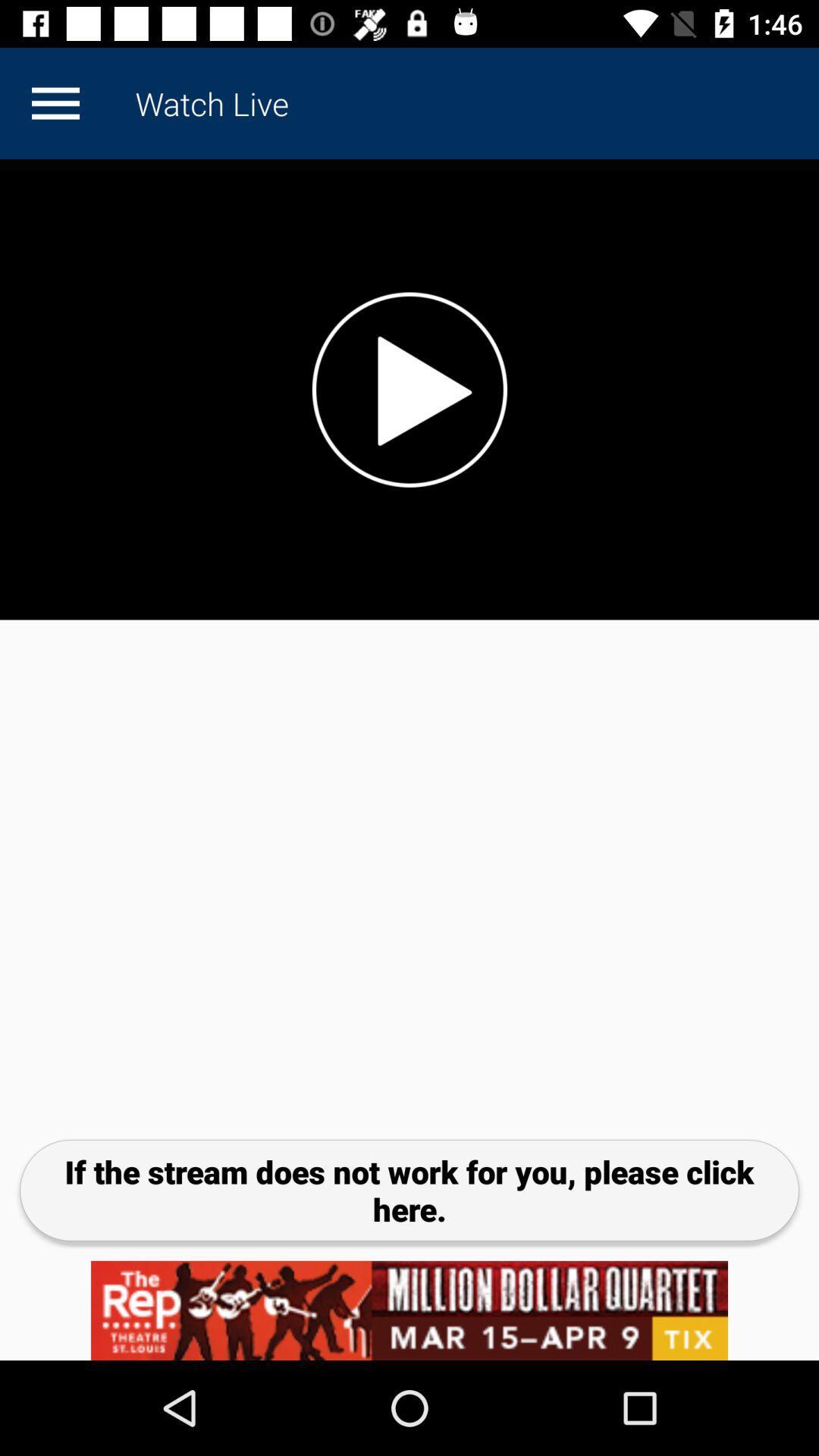 Image resolution: width=819 pixels, height=1456 pixels. Describe the element at coordinates (55, 102) in the screenshot. I see `the menu icon` at that location.